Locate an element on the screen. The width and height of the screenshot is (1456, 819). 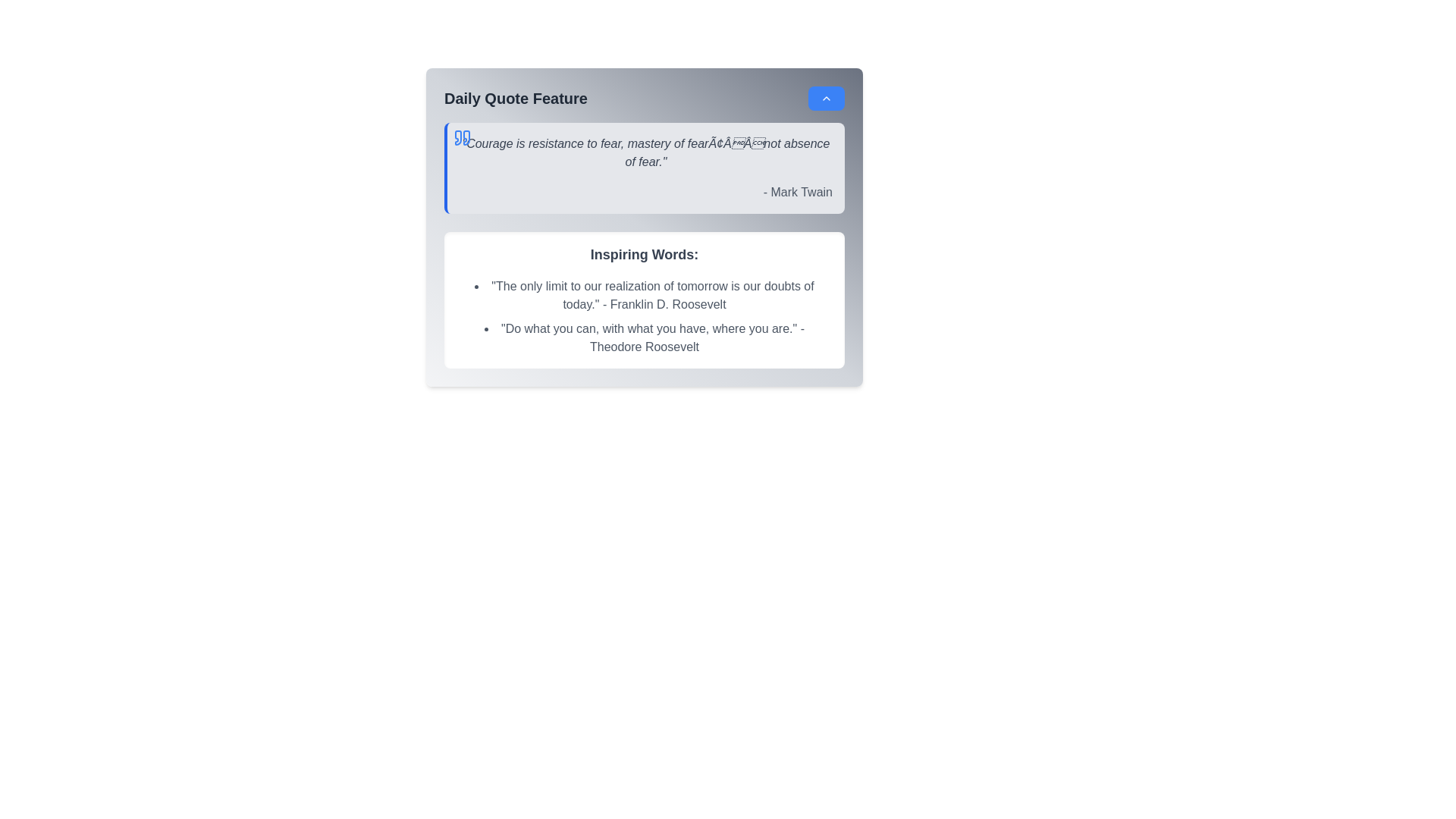
the button in the top-right portion of the 'Daily Quote Feature' section is located at coordinates (825, 99).